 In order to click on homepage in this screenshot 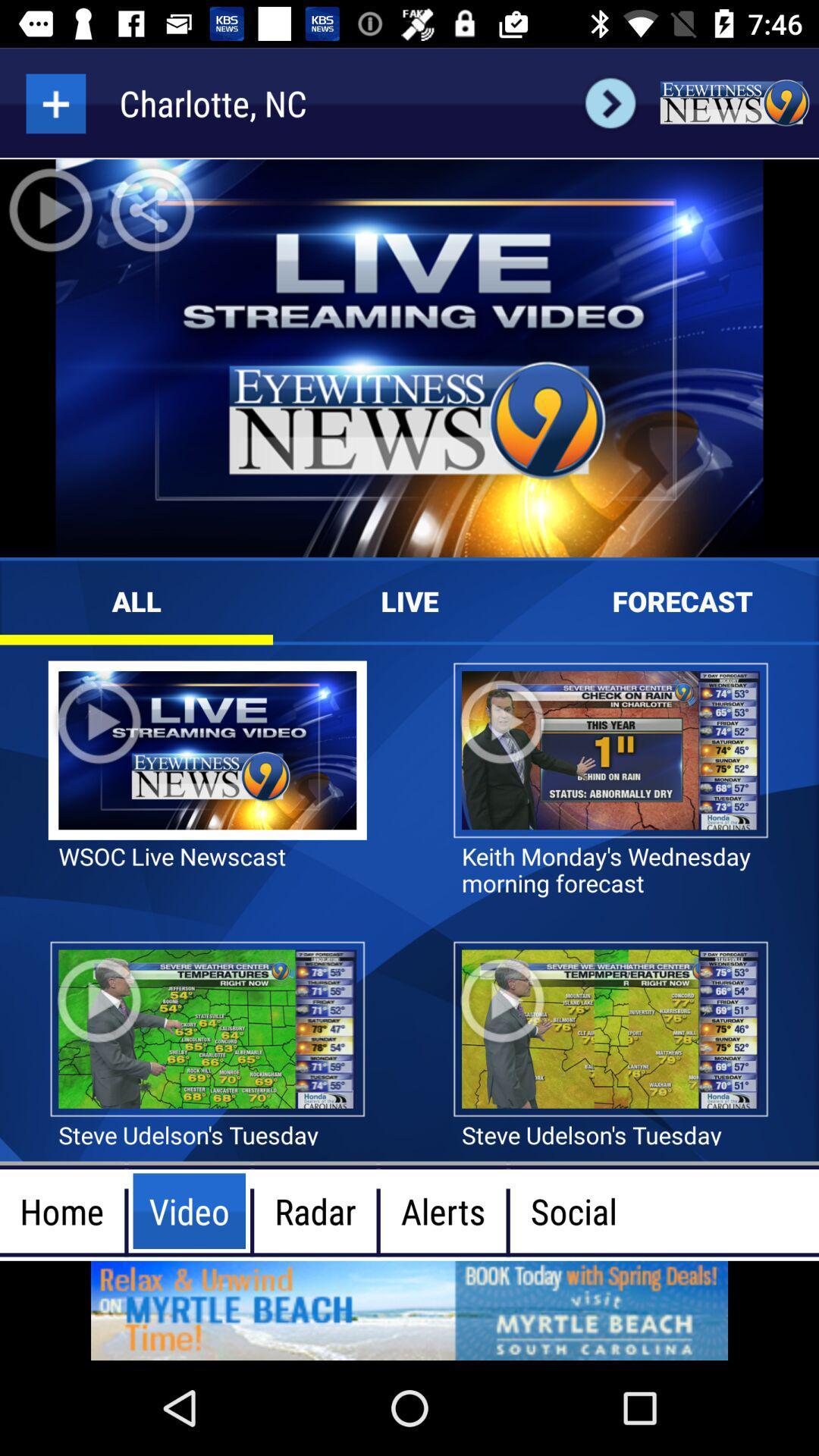, I will do `click(733, 102)`.